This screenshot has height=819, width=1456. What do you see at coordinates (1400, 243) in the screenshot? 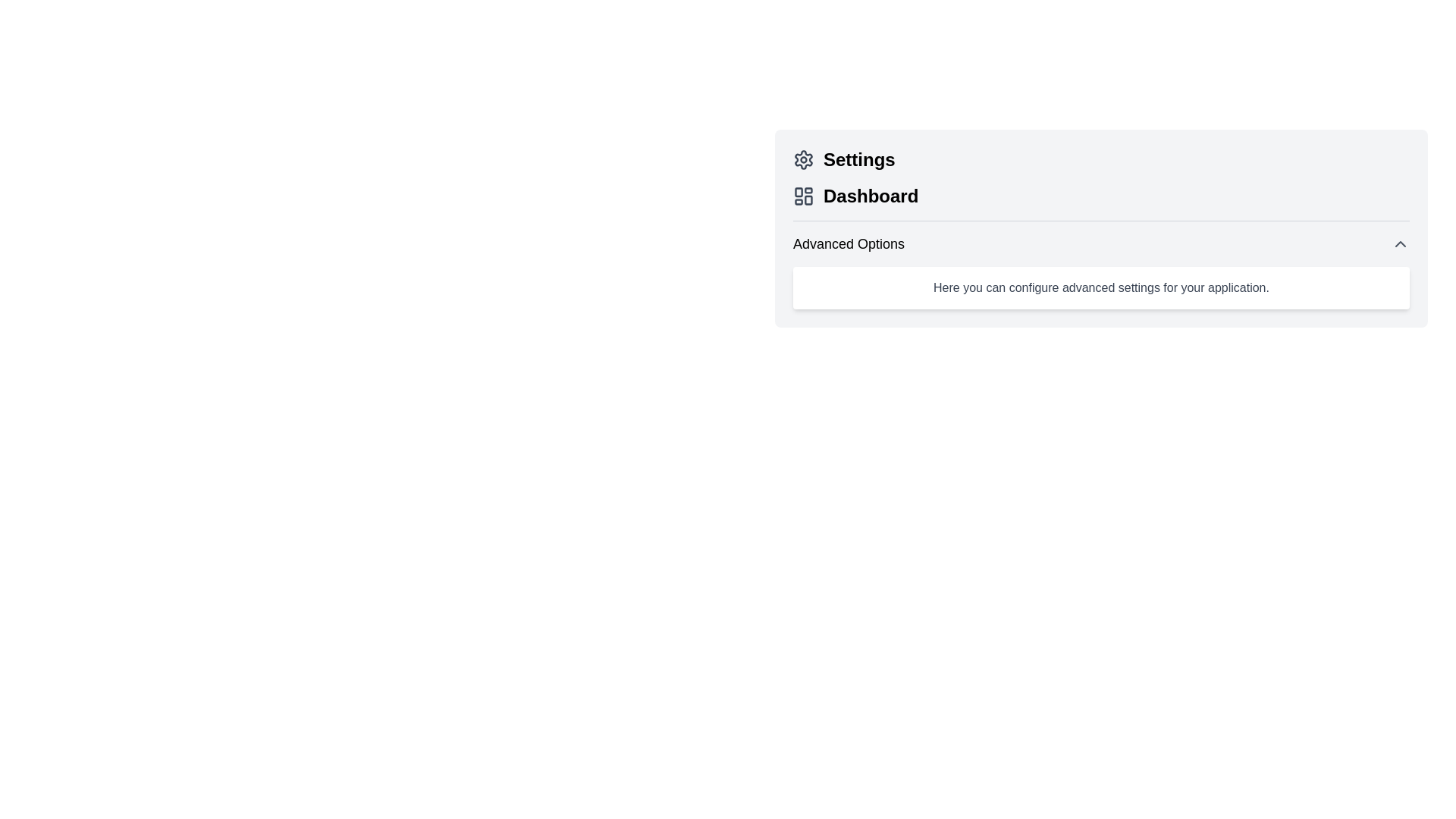
I see `the small up arrow icon button located at the right-hand side of the 'Advanced Options' section` at bounding box center [1400, 243].